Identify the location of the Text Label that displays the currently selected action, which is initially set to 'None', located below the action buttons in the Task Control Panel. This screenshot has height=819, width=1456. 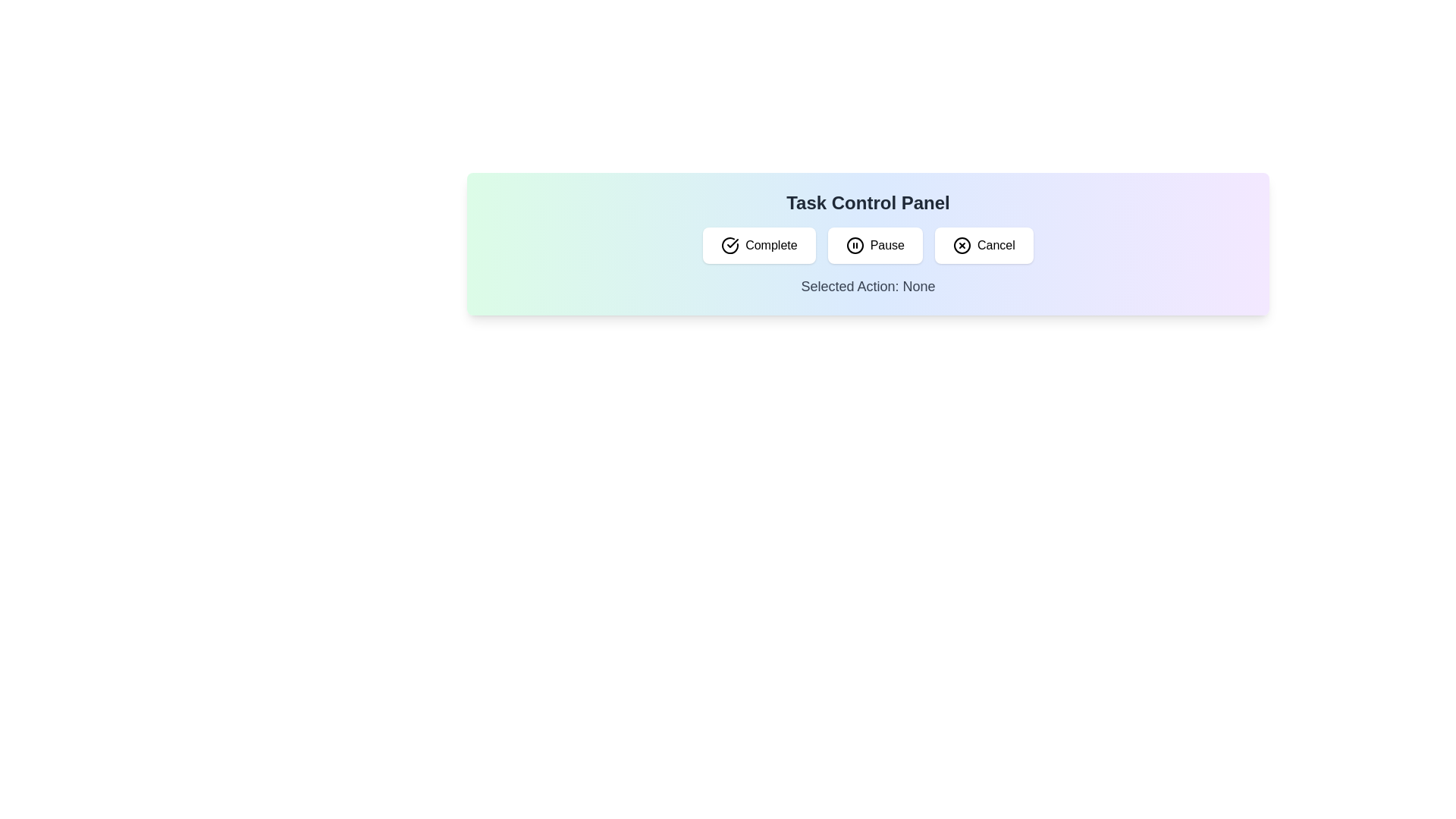
(868, 287).